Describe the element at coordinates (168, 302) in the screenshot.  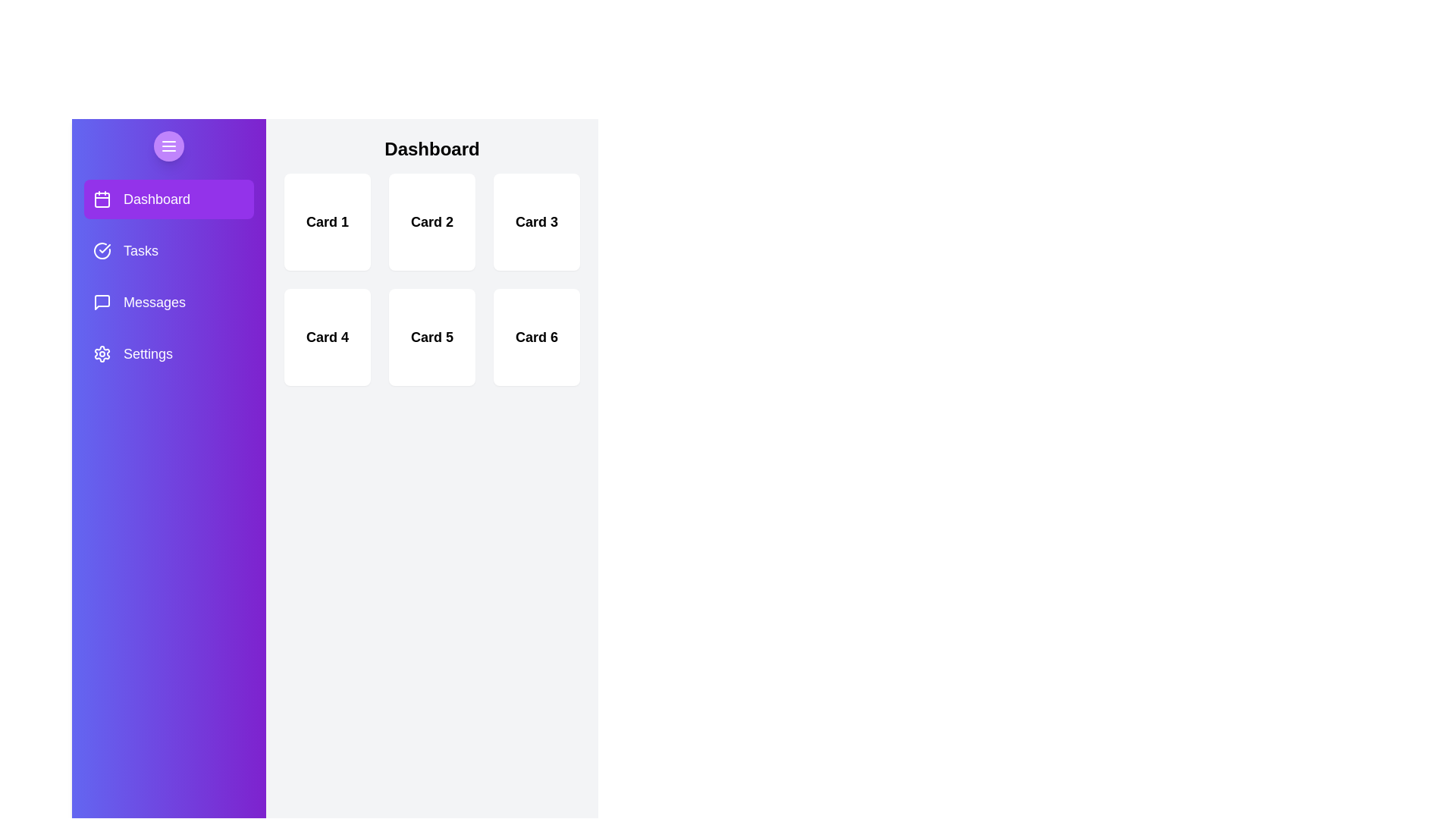
I see `the sidebar menu section labeled Messages` at that location.